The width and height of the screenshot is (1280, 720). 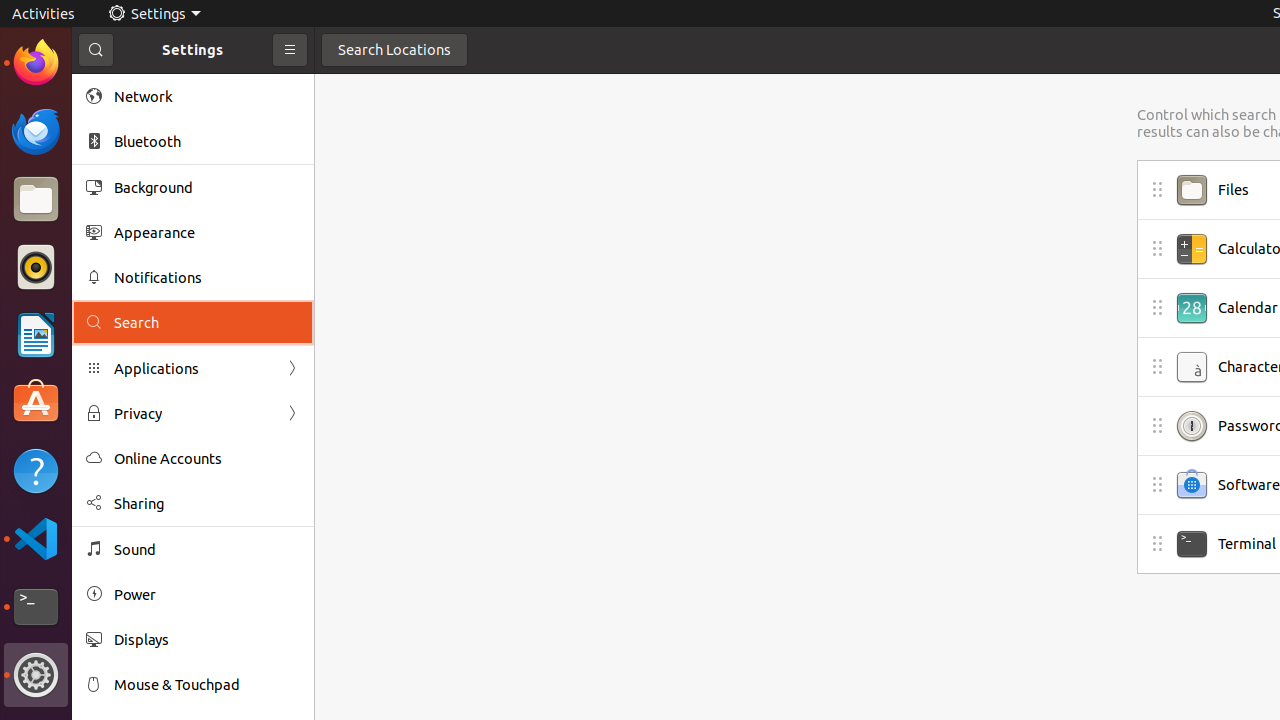 I want to click on 'Notifications', so click(x=206, y=277).